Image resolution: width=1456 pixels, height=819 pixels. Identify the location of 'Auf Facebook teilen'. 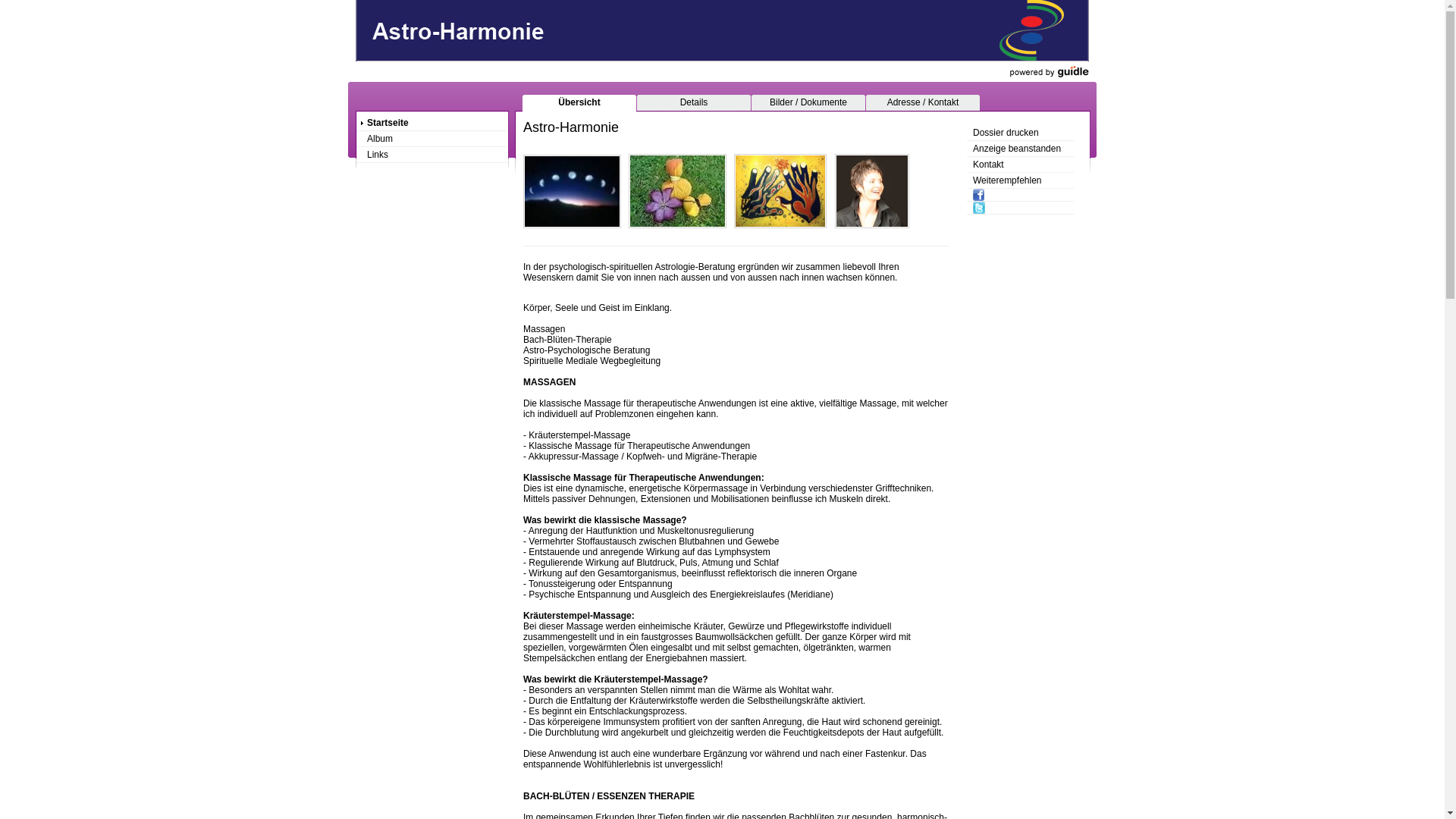
(1020, 194).